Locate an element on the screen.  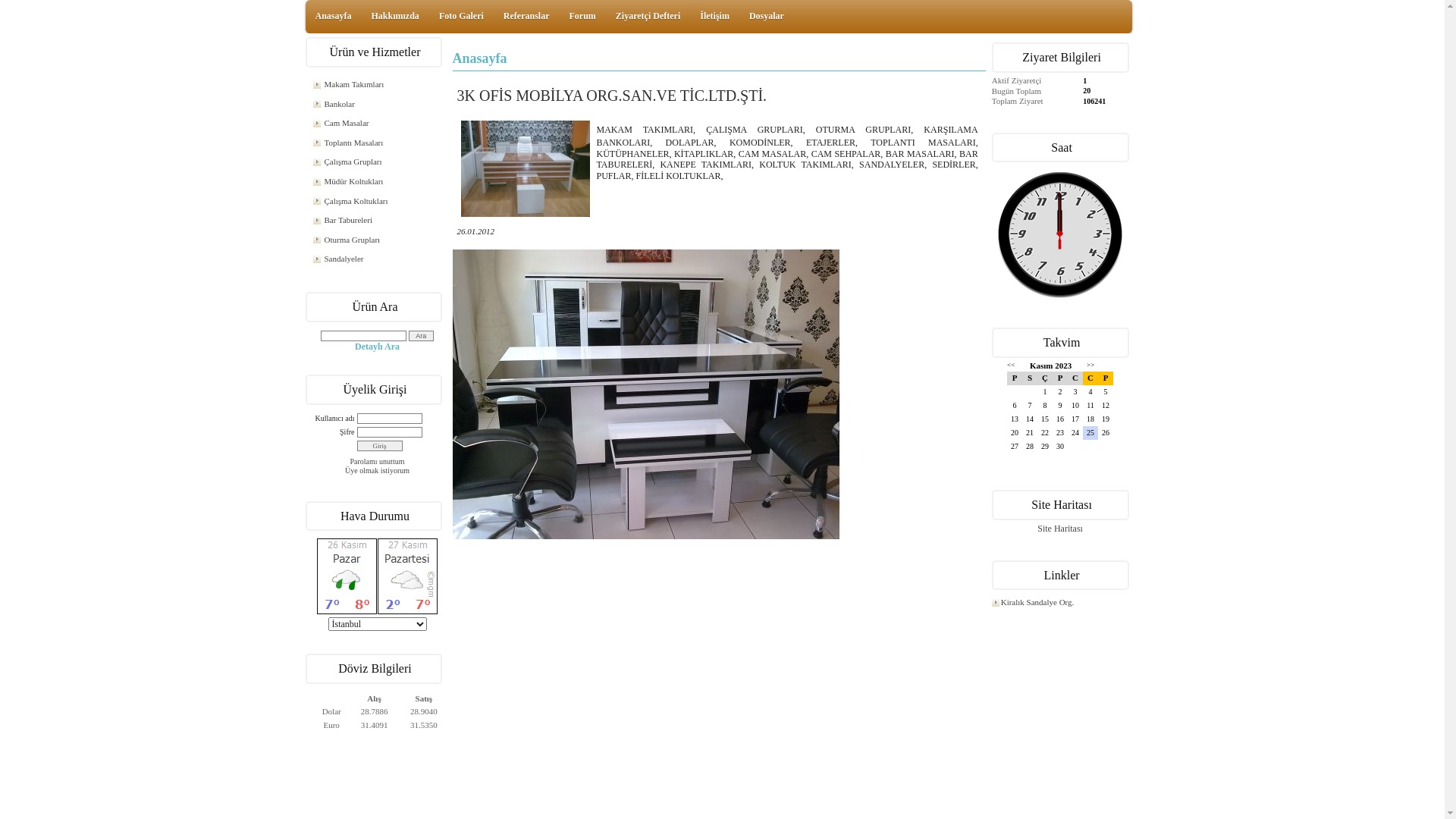
'Sandalyeler' is located at coordinates (377, 259).